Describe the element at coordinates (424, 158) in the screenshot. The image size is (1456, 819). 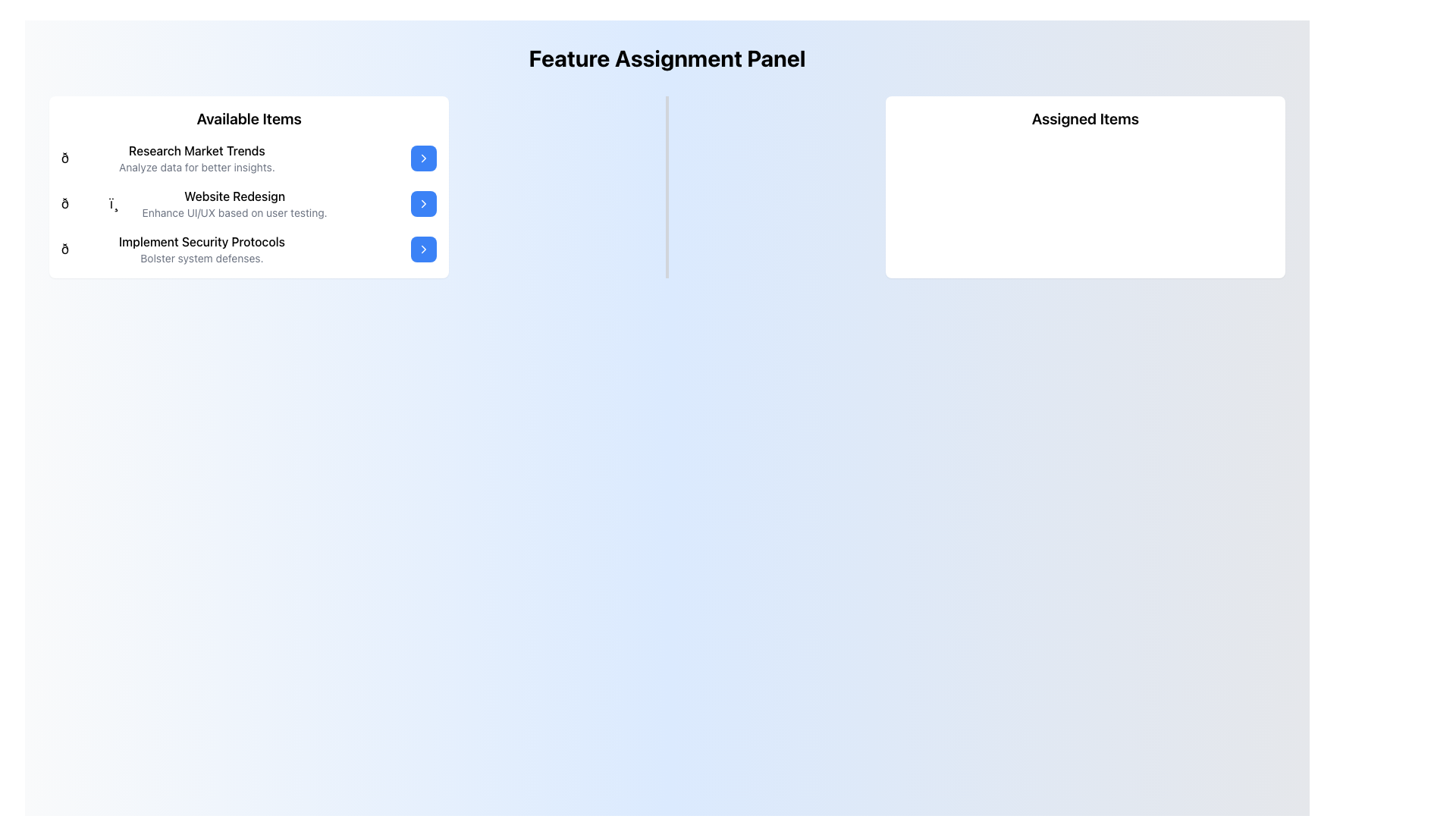
I see `the chevron icon within the rounded blue button that serves as the navigation button for the 'Website Redesign' item` at that location.